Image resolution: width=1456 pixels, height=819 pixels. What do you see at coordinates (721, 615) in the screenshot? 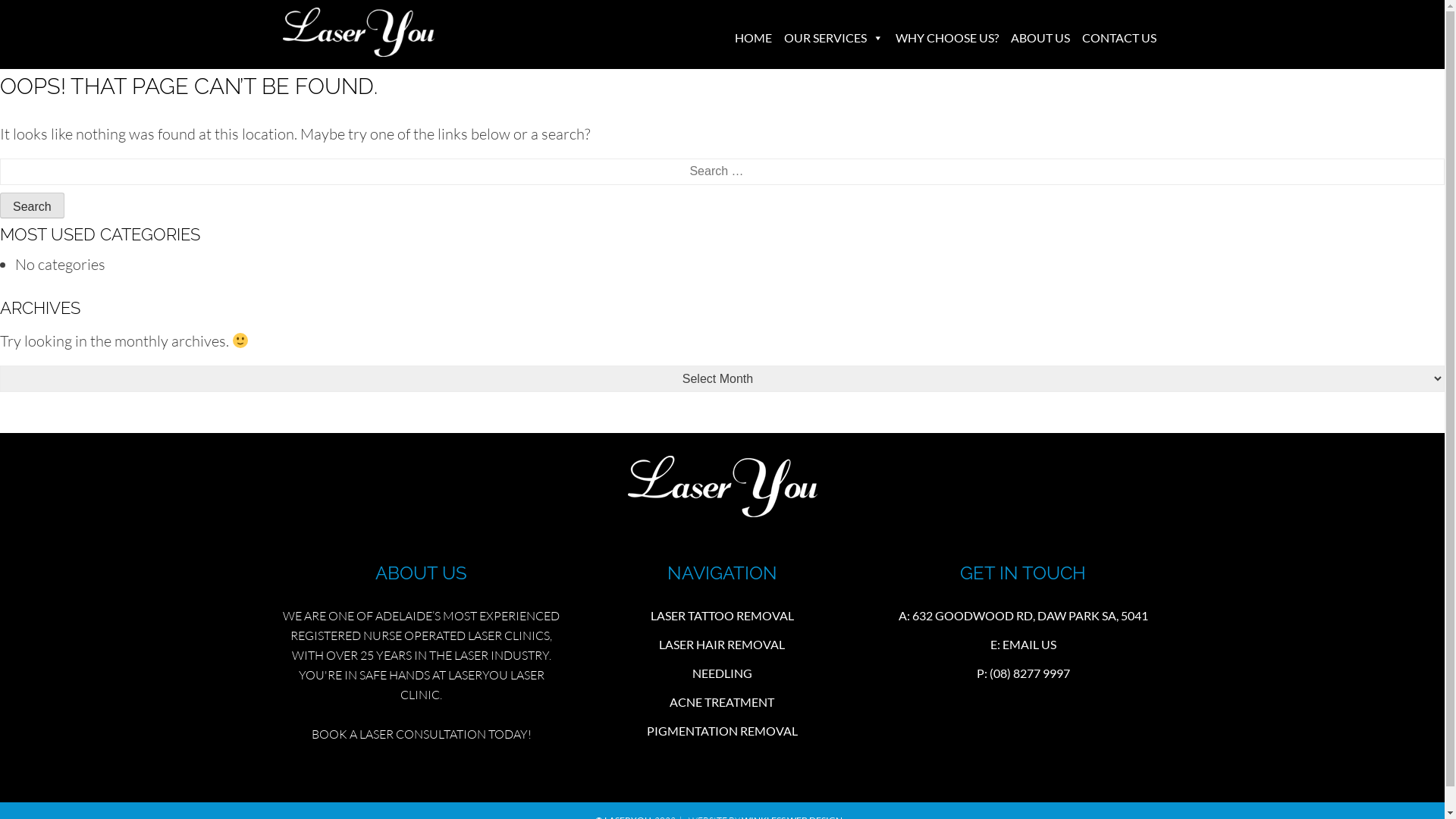
I see `'LASER TATTOO REMOVAL'` at bounding box center [721, 615].